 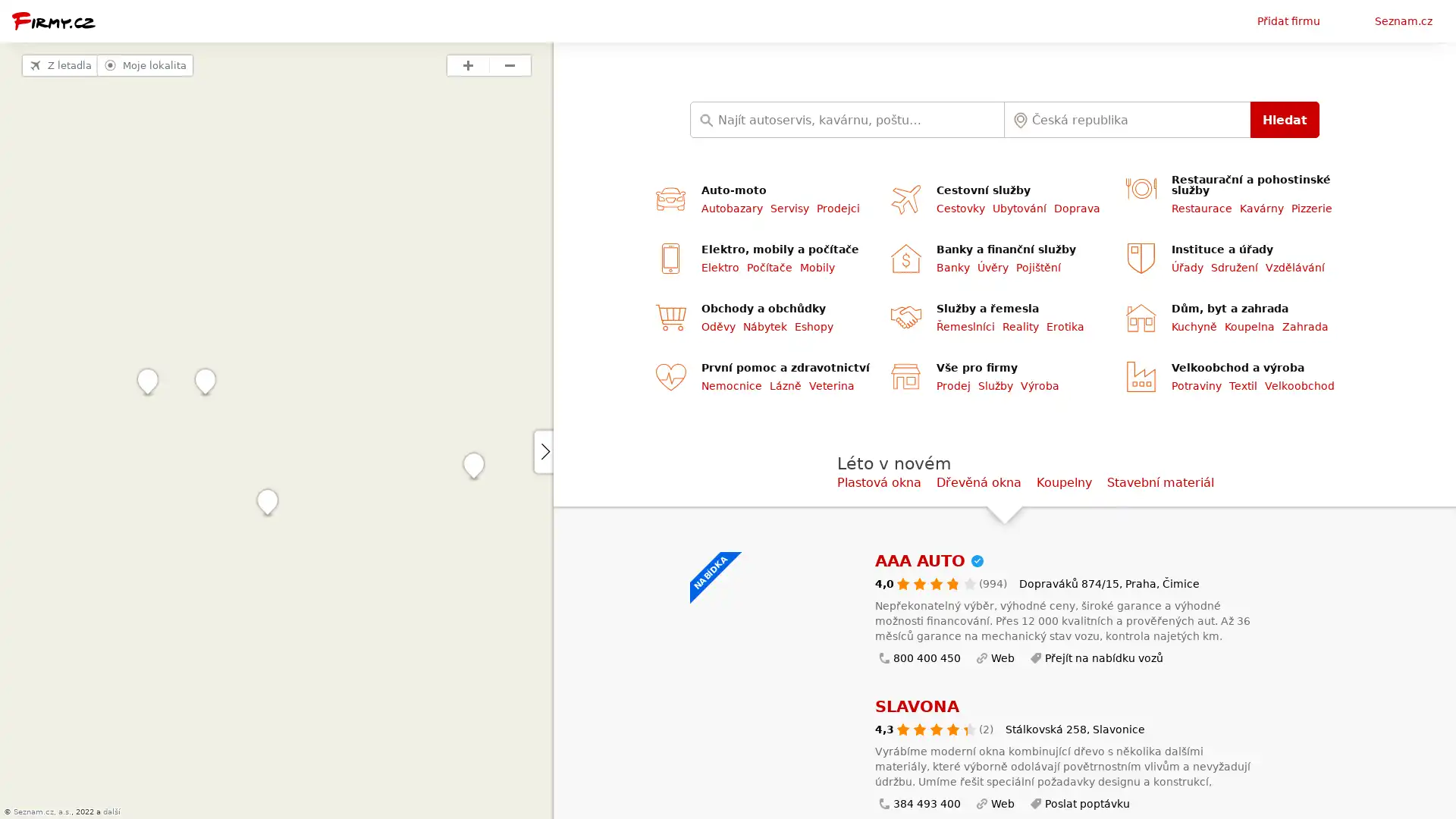 I want to click on Moje lokalita, so click(x=145, y=102).